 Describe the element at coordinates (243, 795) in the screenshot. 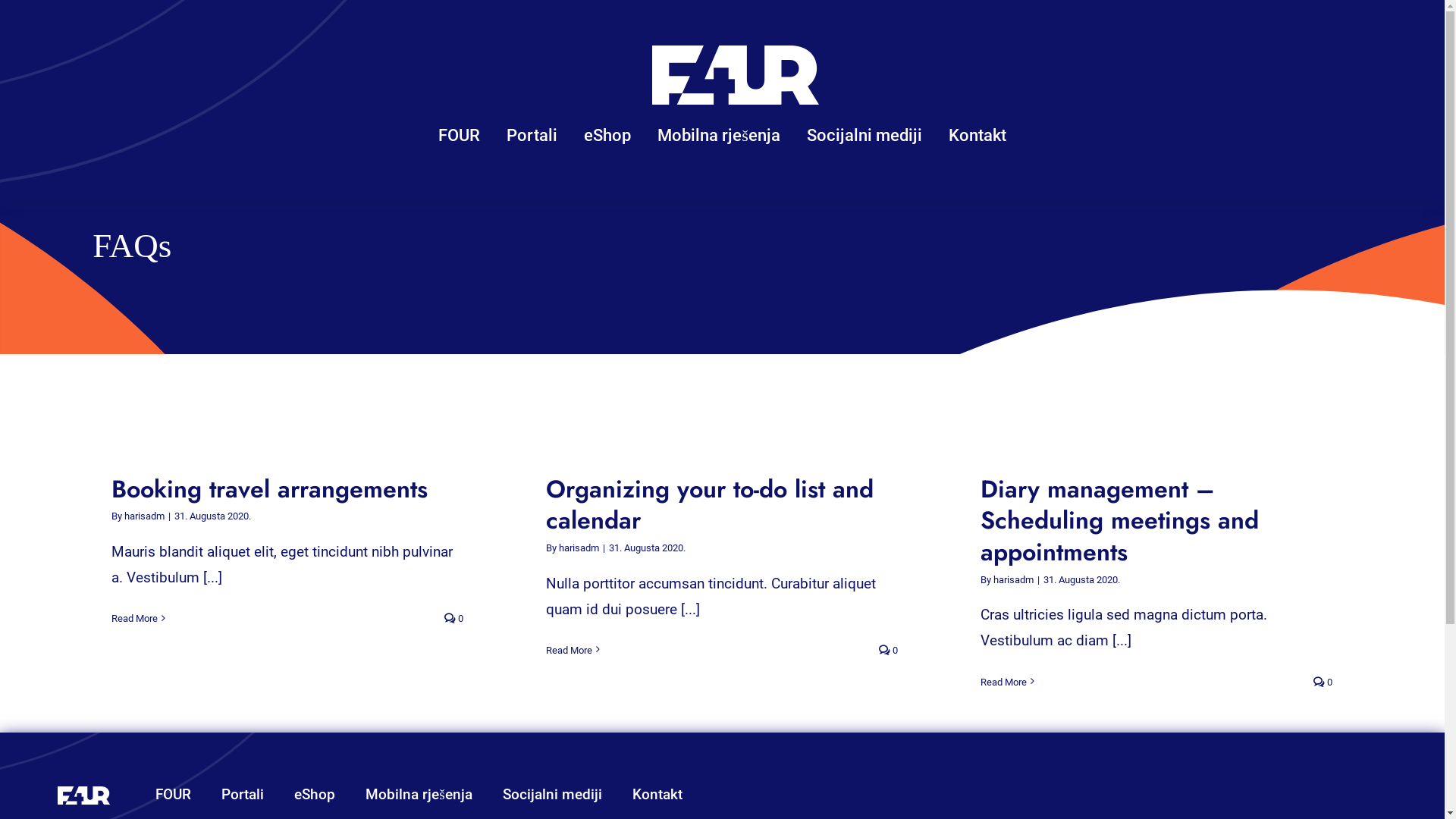

I see `'Portali'` at that location.